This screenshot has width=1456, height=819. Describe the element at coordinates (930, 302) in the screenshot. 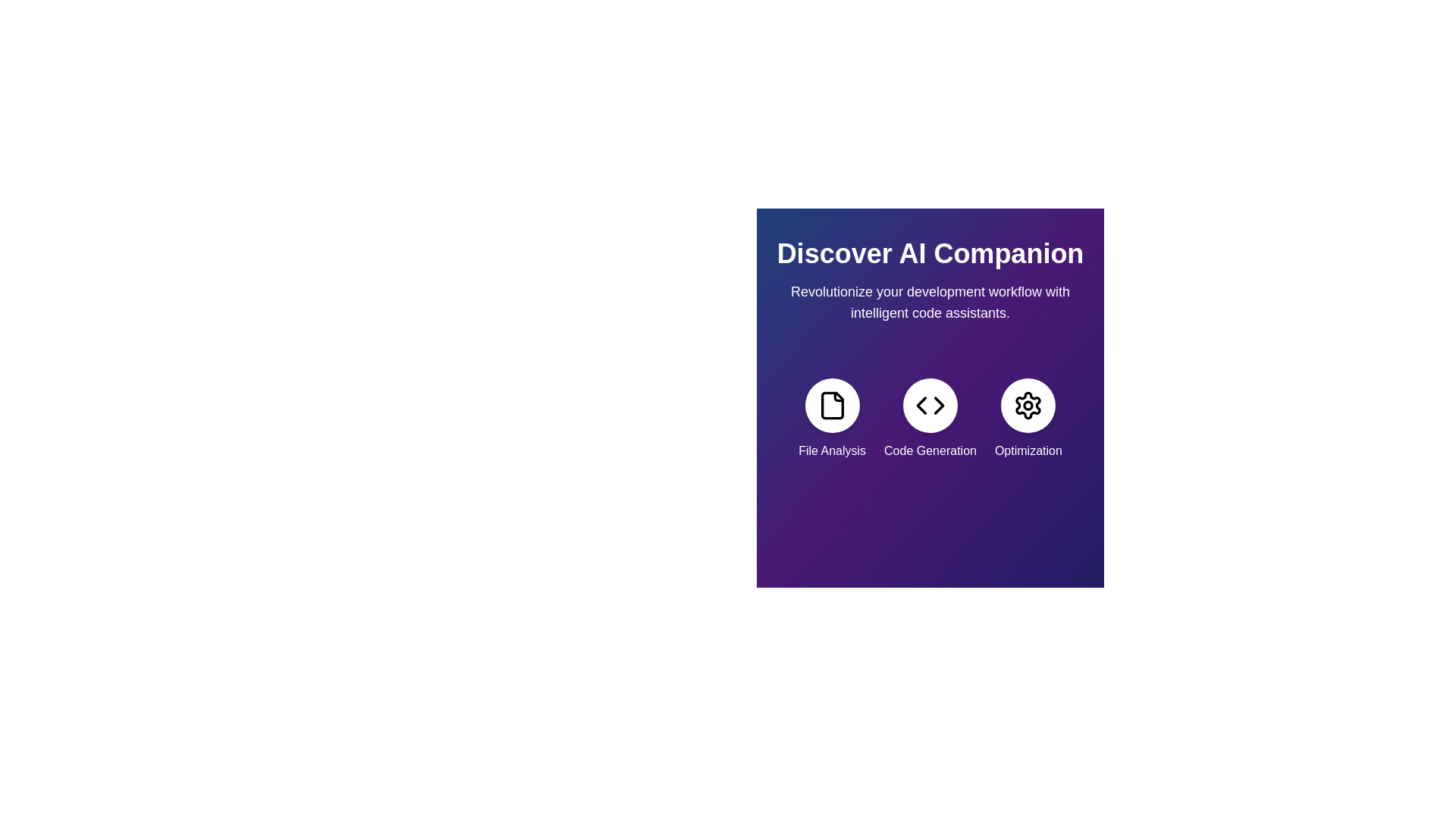

I see `the text label that reads 'Revolutionize your development workflow with intelligent code assistants.', which is styled in a larger font and centrally aligned in white against a gradient background` at that location.